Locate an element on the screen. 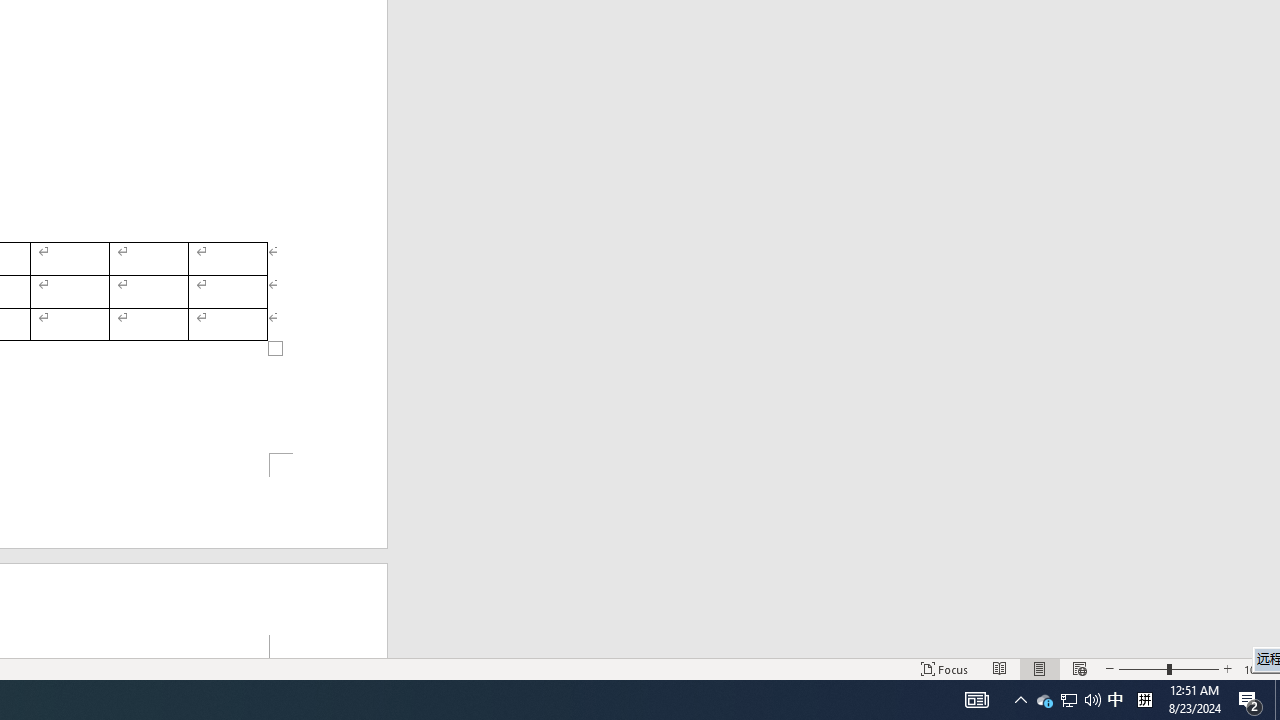 This screenshot has height=720, width=1280. 'Focus ' is located at coordinates (943, 669).